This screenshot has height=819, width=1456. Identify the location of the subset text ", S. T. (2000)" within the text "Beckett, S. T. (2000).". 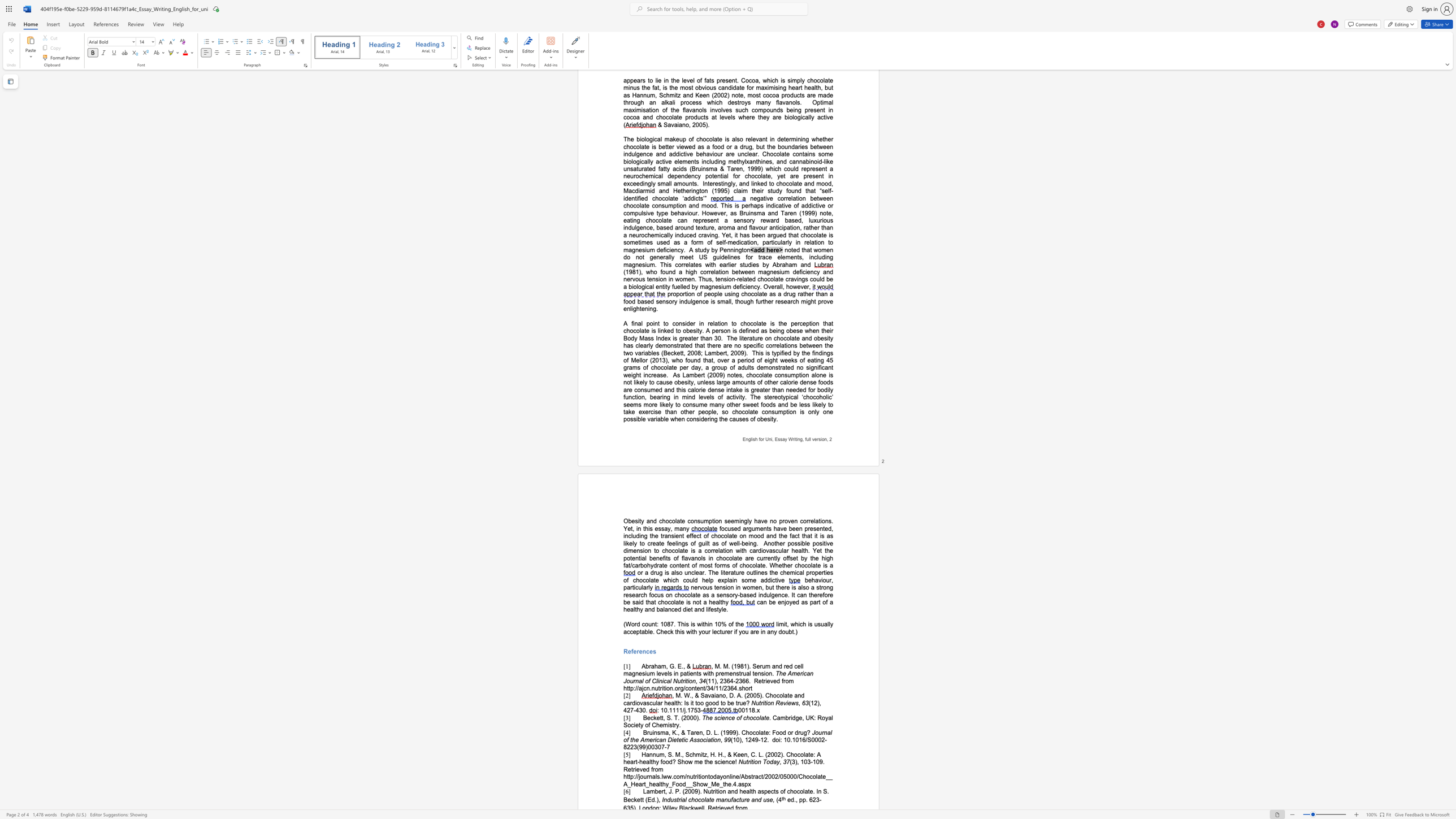
(662, 717).